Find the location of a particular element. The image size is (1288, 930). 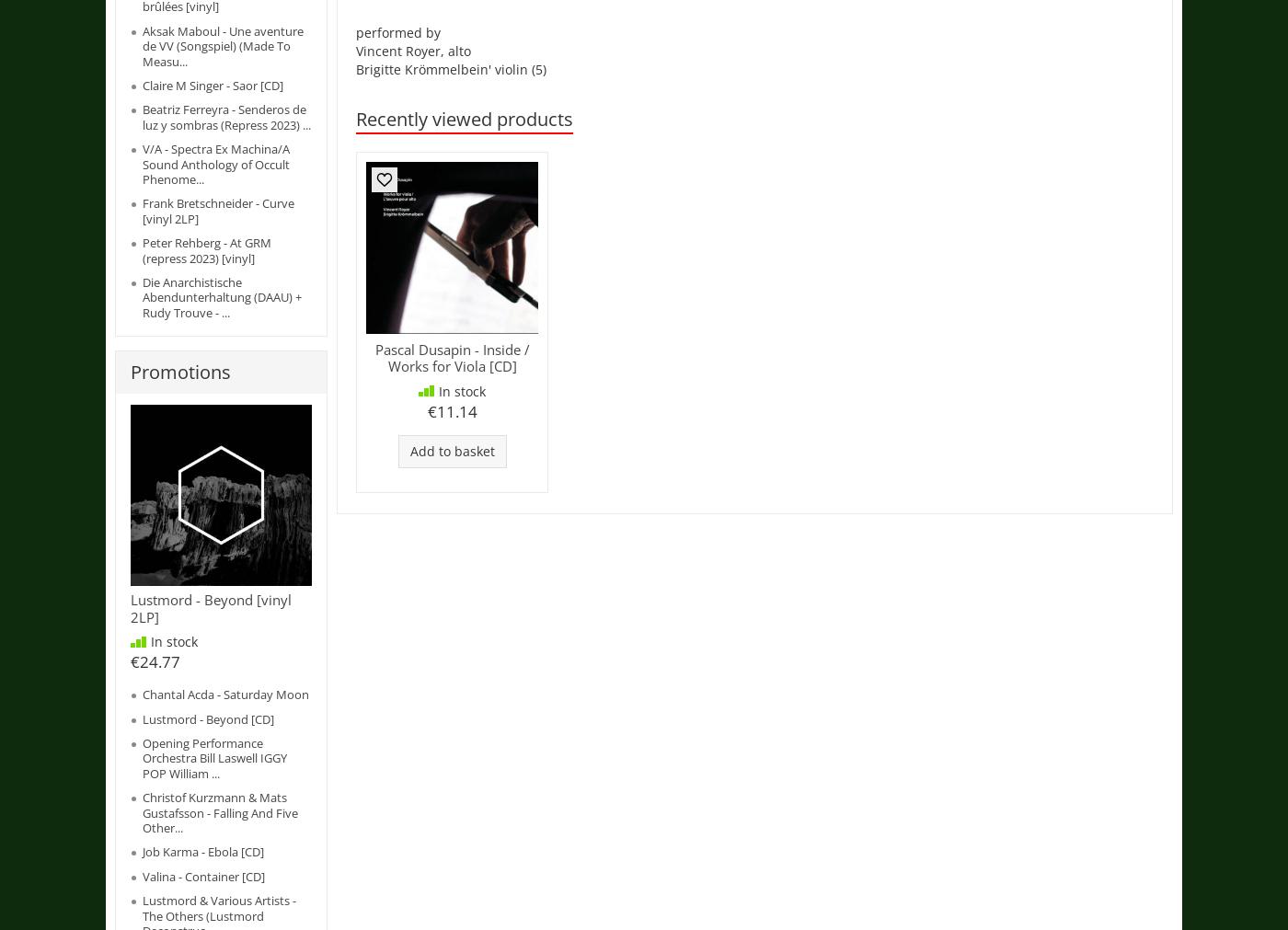

'Add to basket' is located at coordinates (409, 449).